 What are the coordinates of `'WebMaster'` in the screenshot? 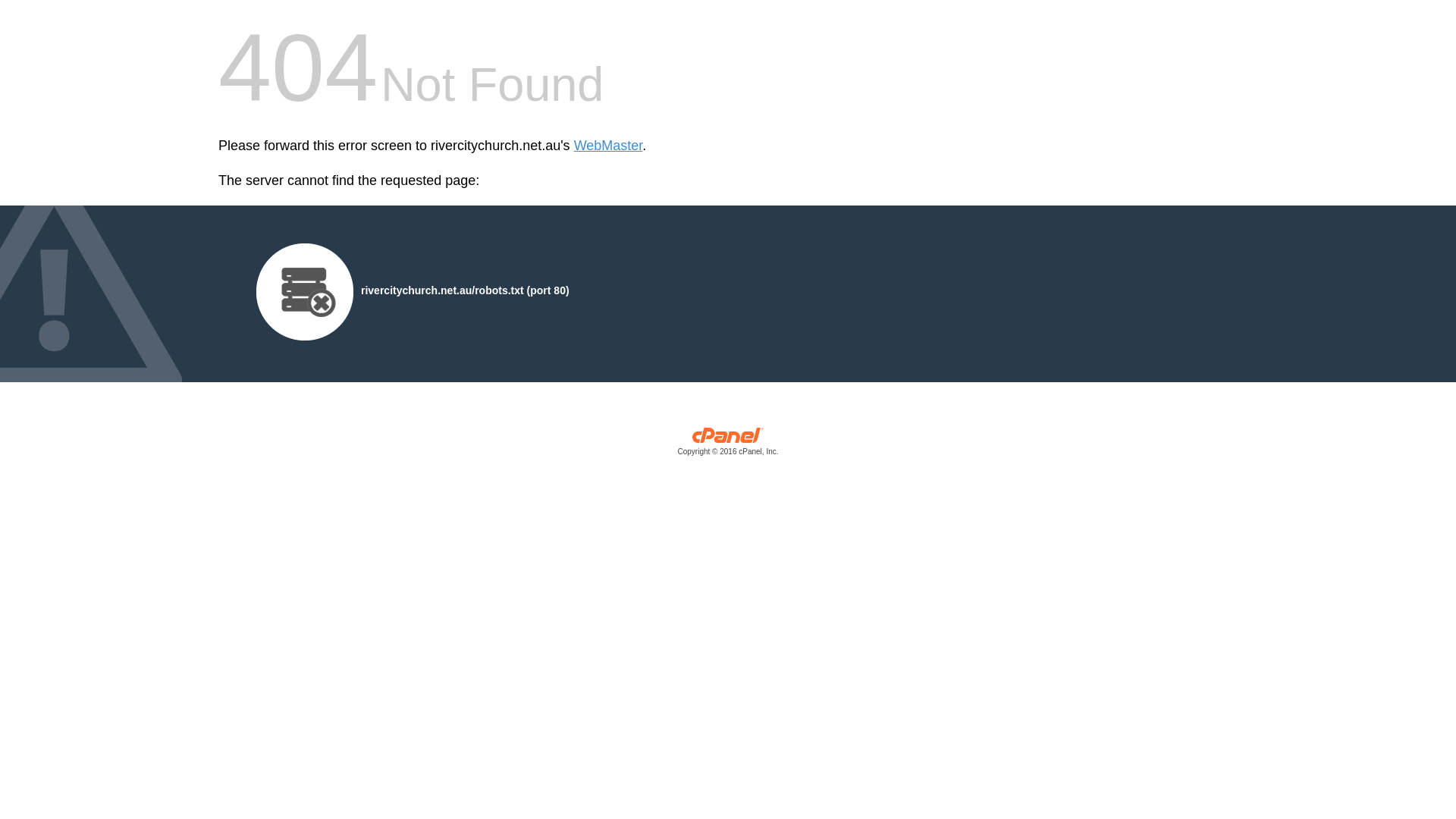 It's located at (573, 146).